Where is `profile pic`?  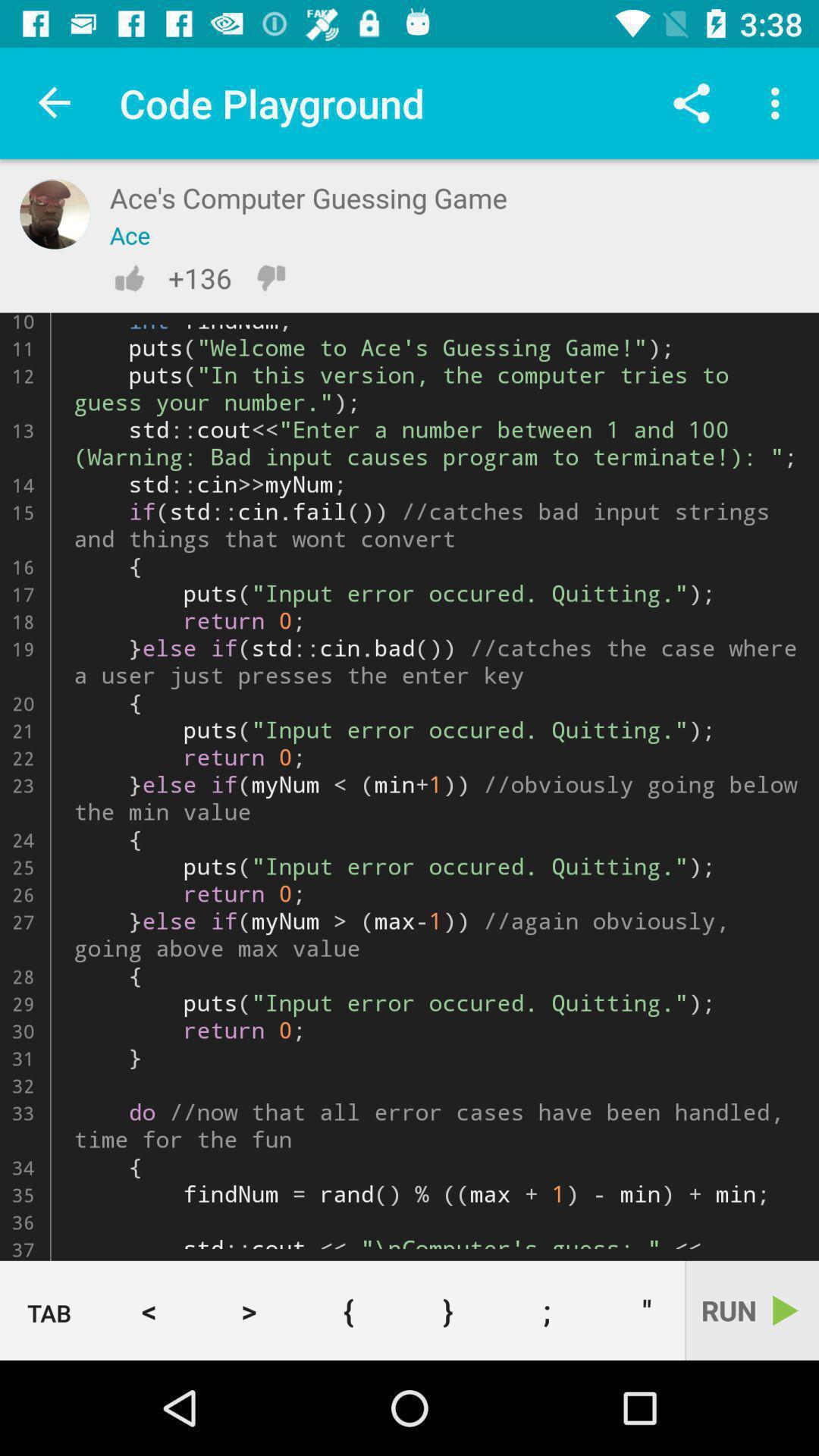 profile pic is located at coordinates (54, 213).